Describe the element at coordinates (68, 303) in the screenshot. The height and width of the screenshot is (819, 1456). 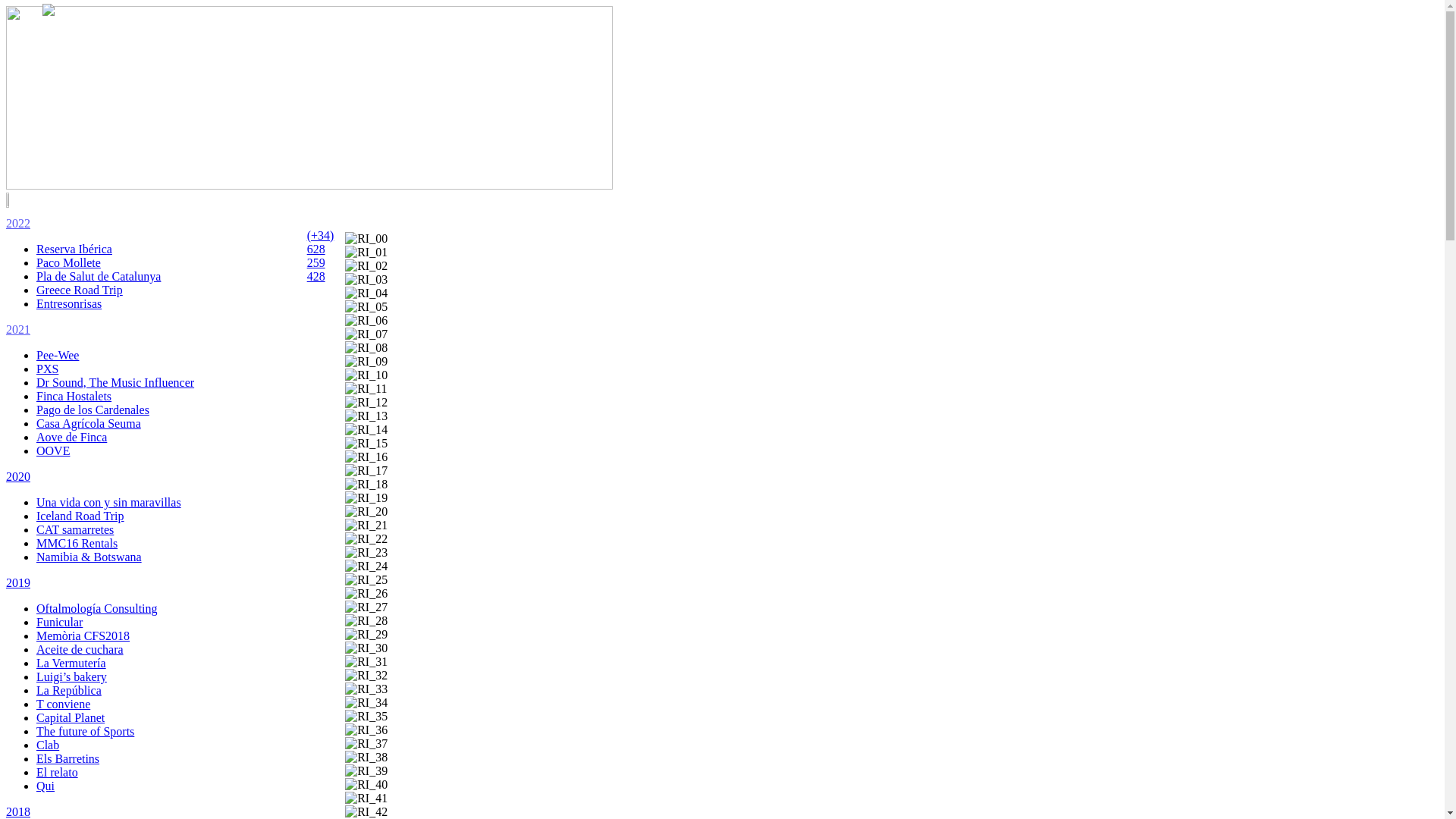
I see `'Entresonrisas'` at that location.